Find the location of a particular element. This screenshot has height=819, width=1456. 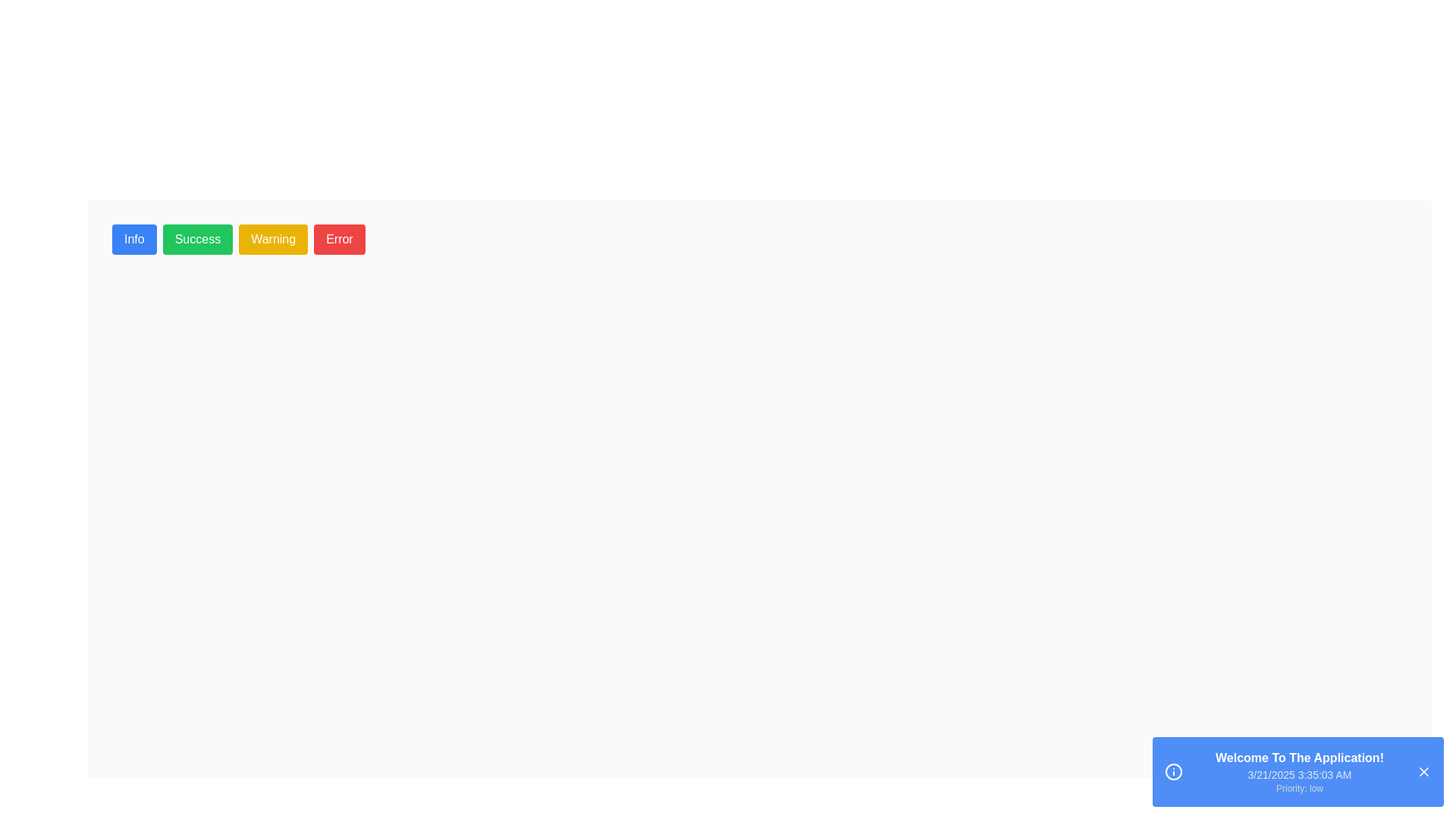

the warning button, which is the third button in a row between the 'Success' button and the 'Error' button, to change its background color to a darker shade is located at coordinates (273, 239).